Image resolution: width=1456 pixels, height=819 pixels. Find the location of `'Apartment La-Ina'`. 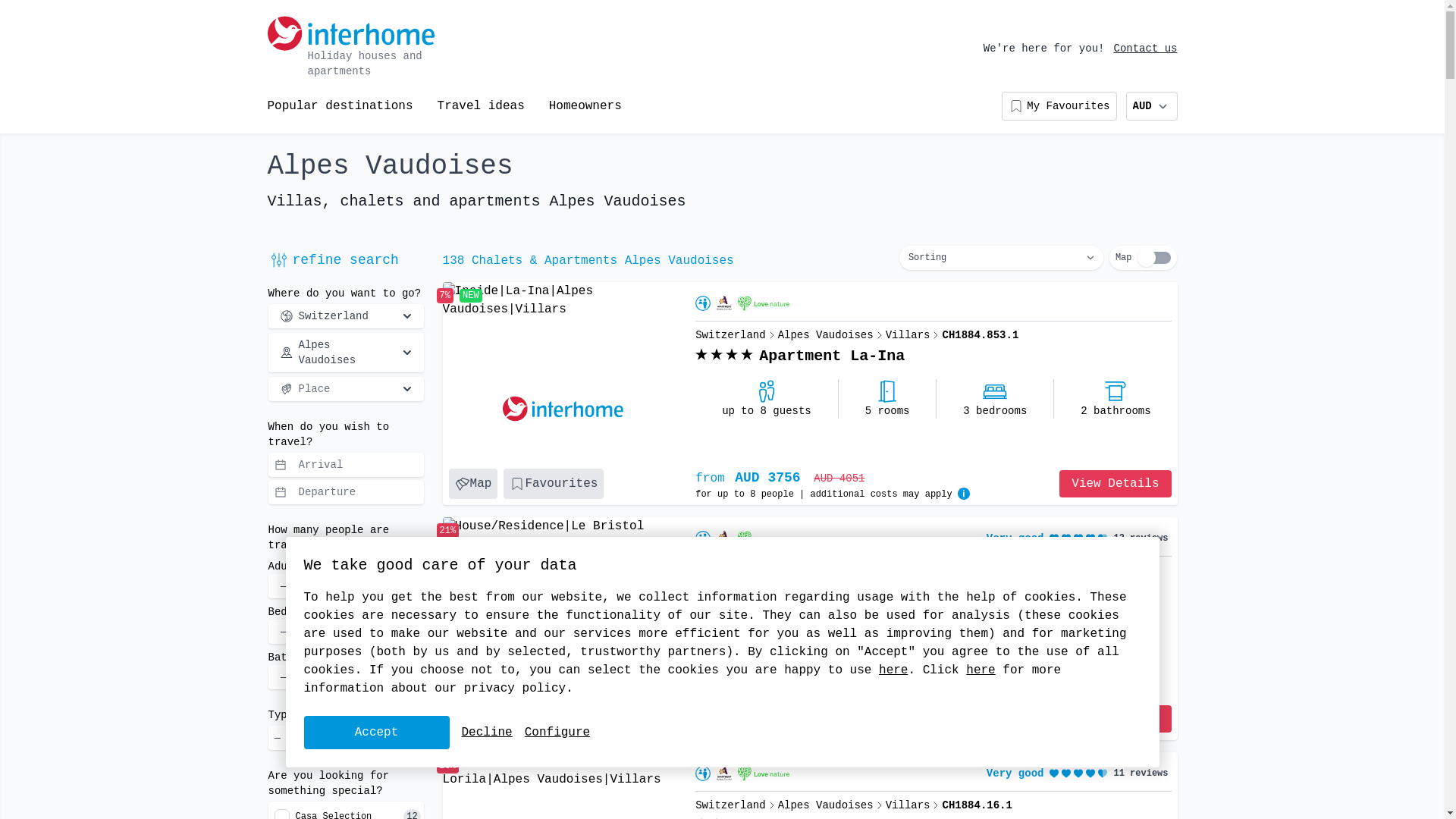

'Apartment La-Ina' is located at coordinates (831, 356).